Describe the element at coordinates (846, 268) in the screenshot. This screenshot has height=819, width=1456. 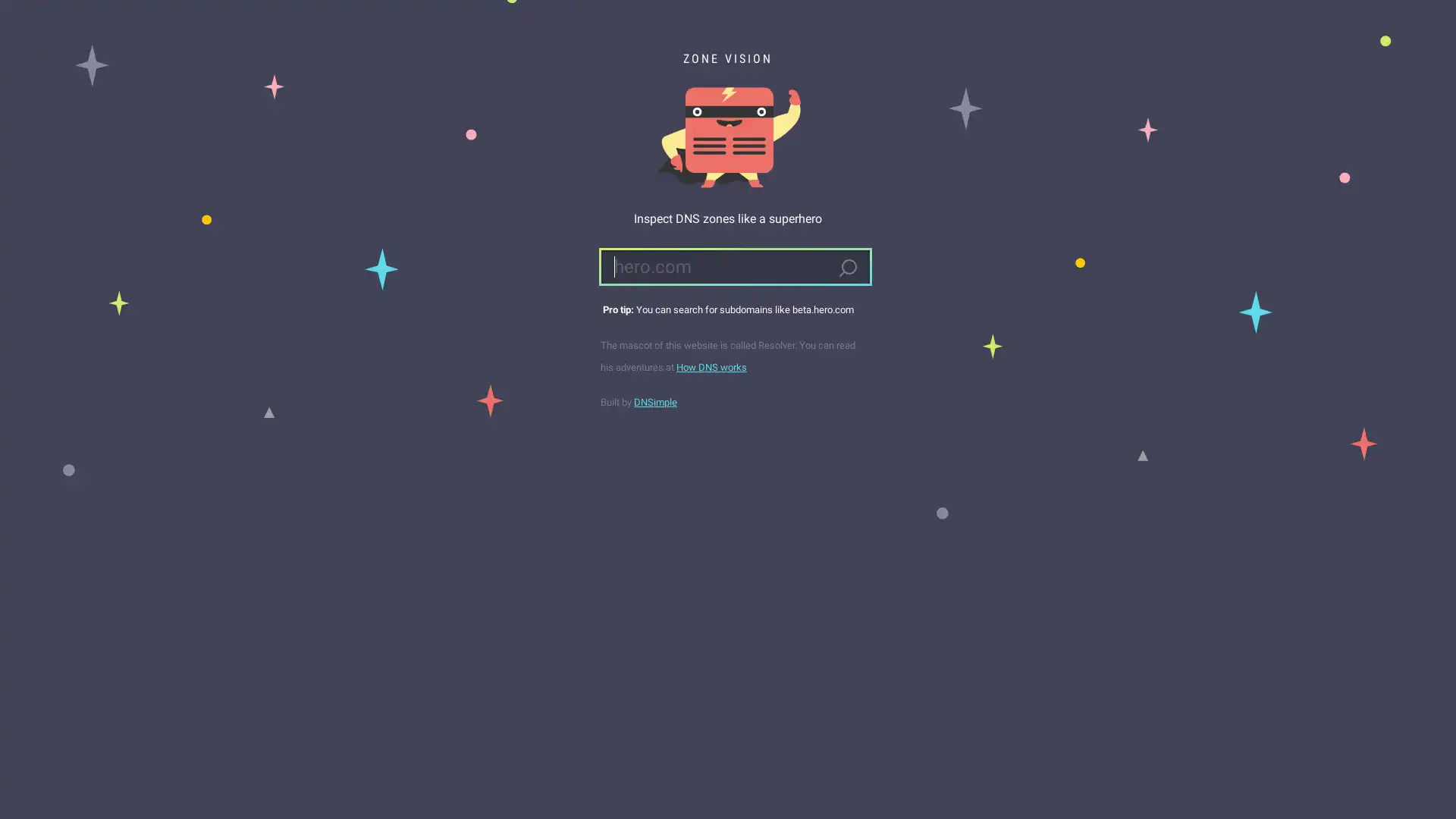
I see `Submit` at that location.